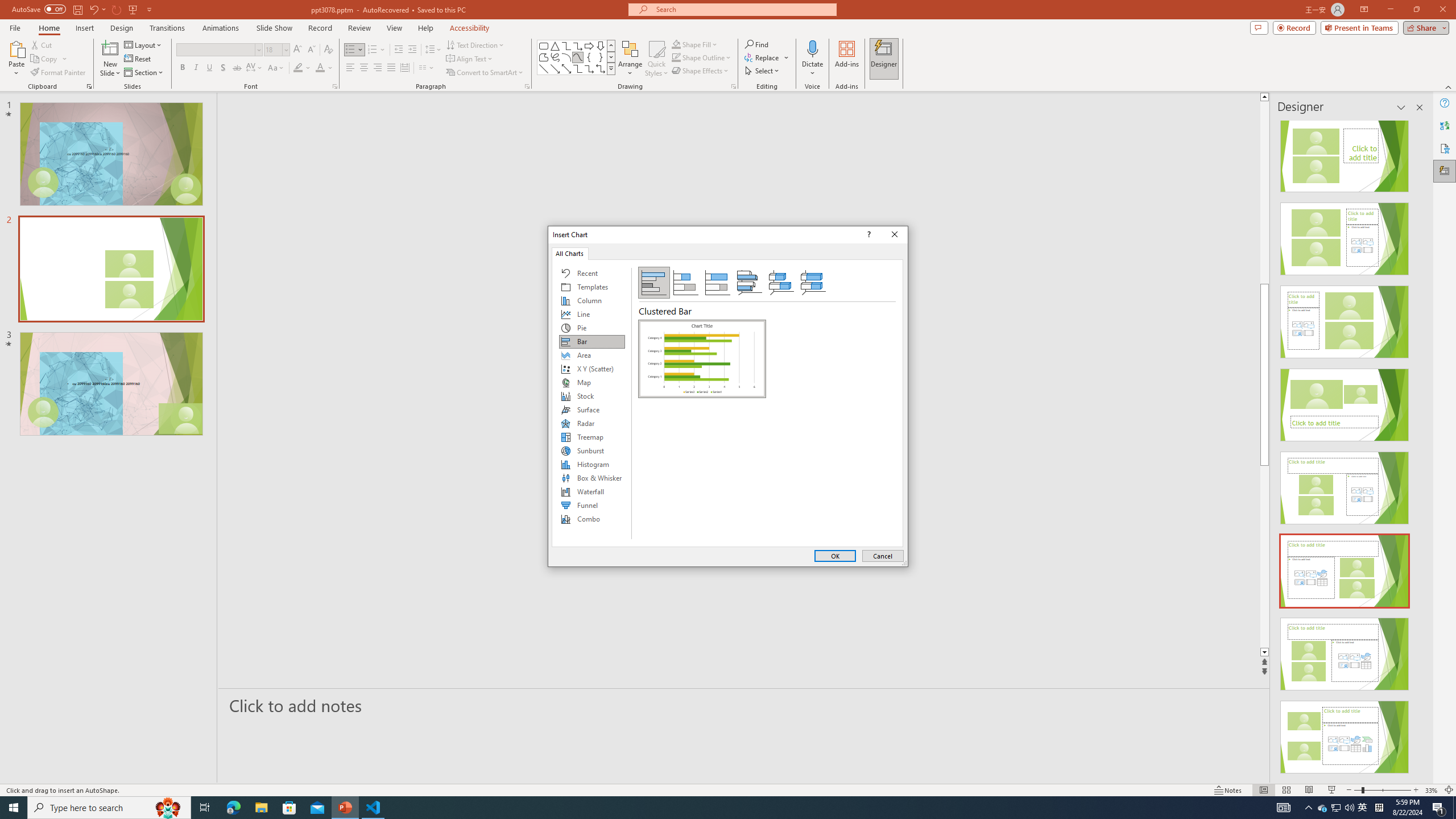 This screenshot has width=1456, height=819. I want to click on 'Reset', so click(138, 59).